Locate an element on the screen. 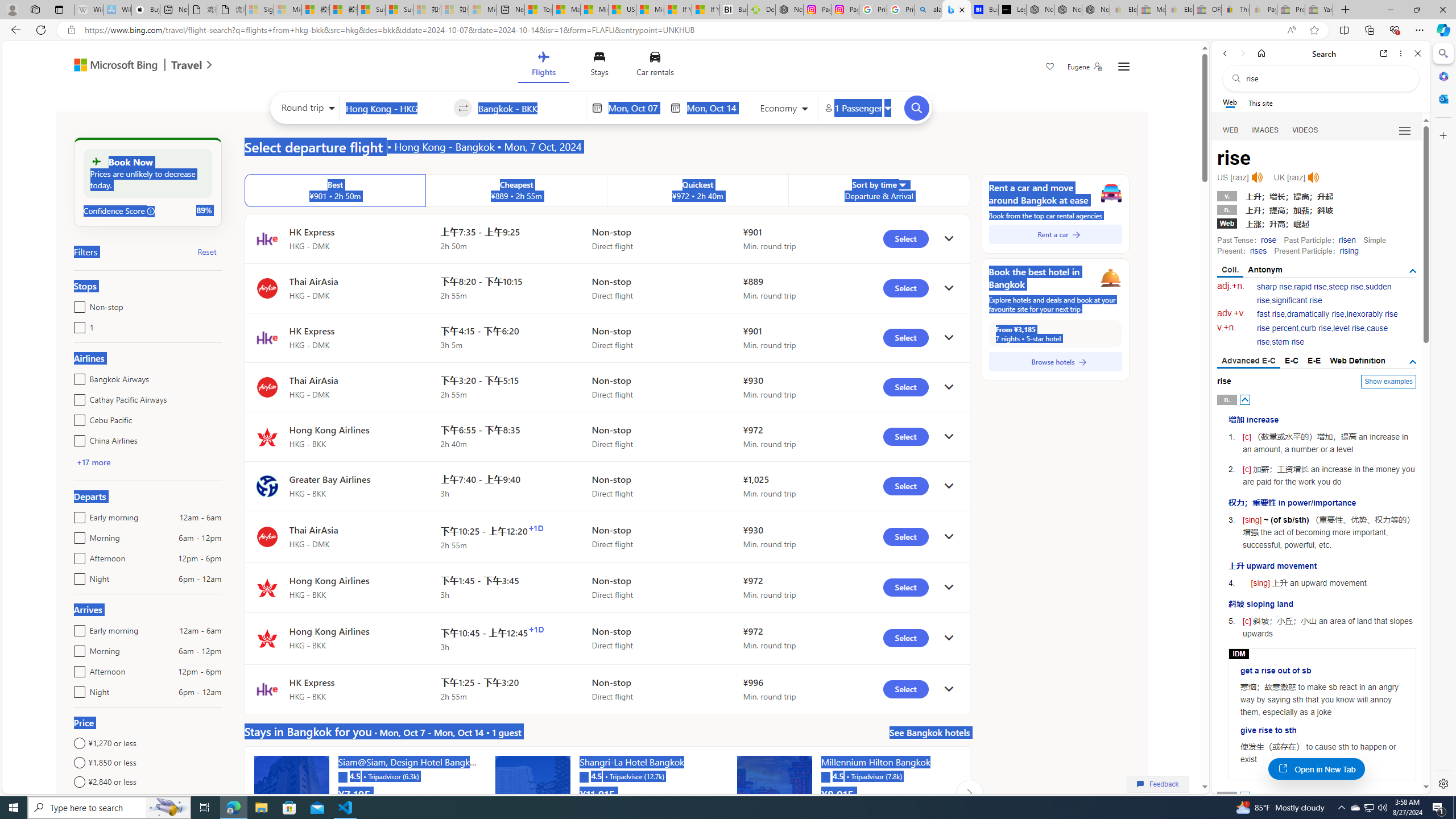 Image resolution: width=1456 pixels, height=819 pixels. 'sudden rise' is located at coordinates (1323, 293).